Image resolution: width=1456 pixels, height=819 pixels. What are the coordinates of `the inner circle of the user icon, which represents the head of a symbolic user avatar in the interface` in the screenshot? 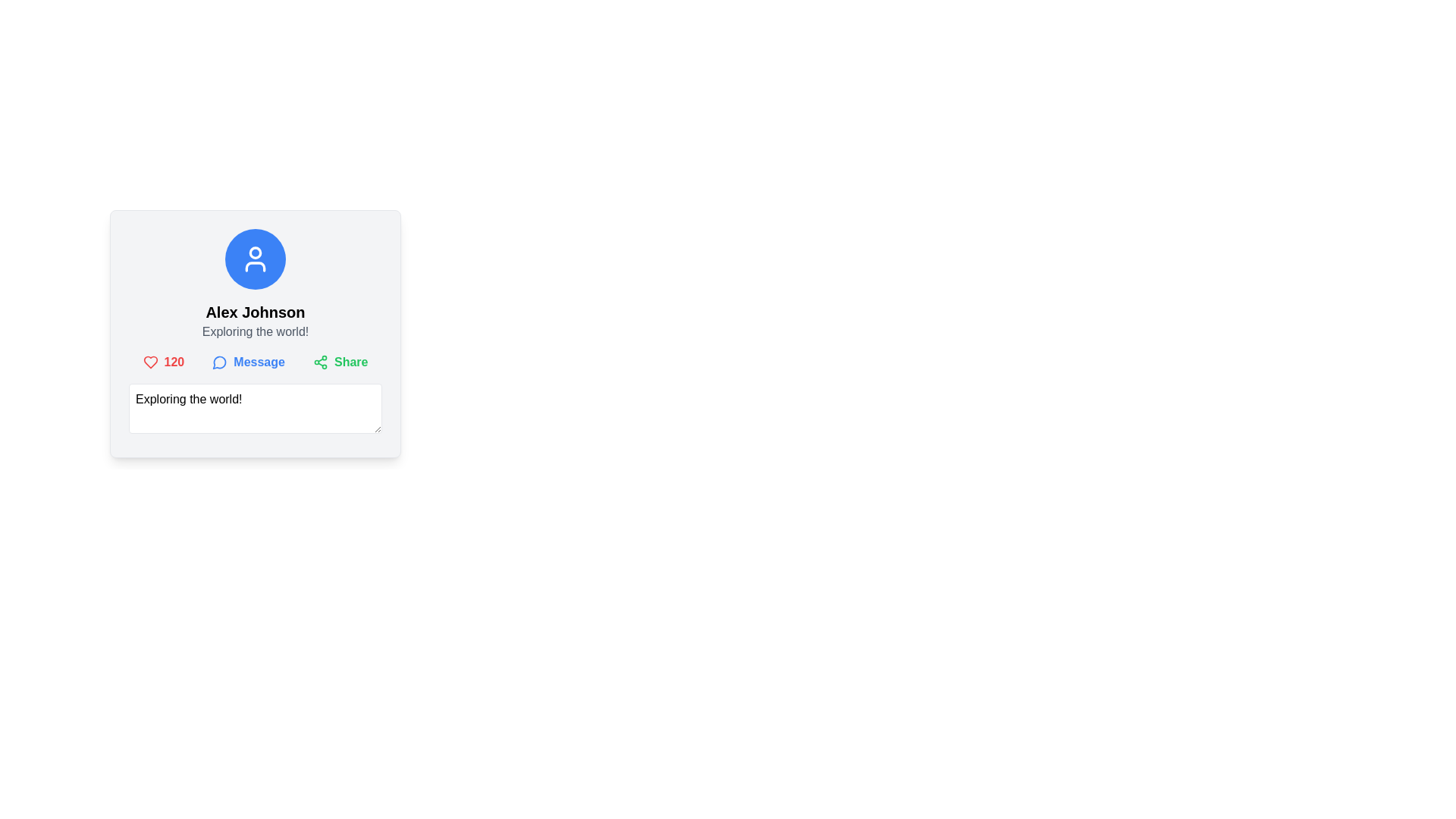 It's located at (255, 251).